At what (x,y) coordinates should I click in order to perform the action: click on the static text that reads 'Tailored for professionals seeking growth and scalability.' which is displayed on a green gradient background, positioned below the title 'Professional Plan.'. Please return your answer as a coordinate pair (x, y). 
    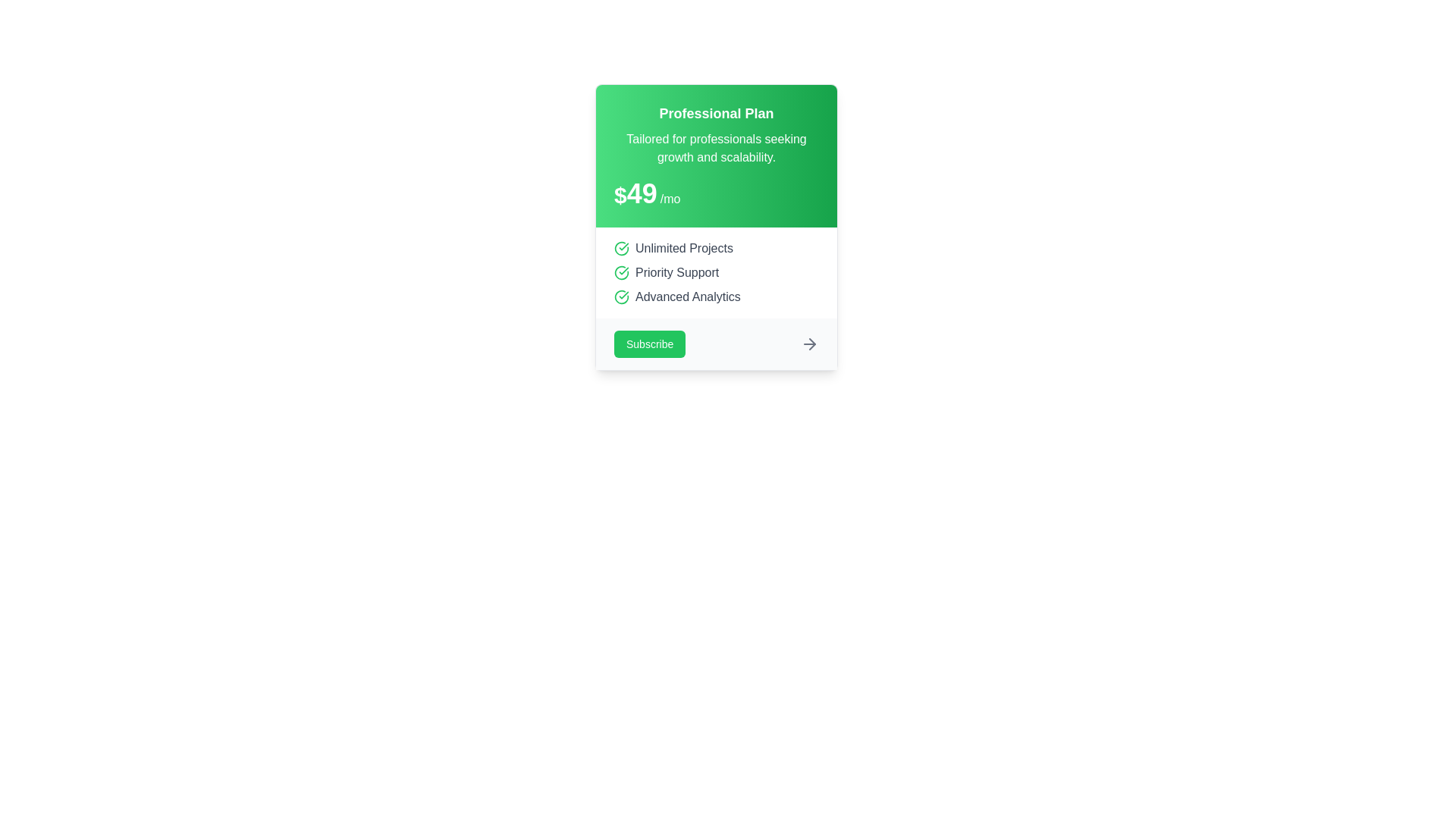
    Looking at the image, I should click on (716, 149).